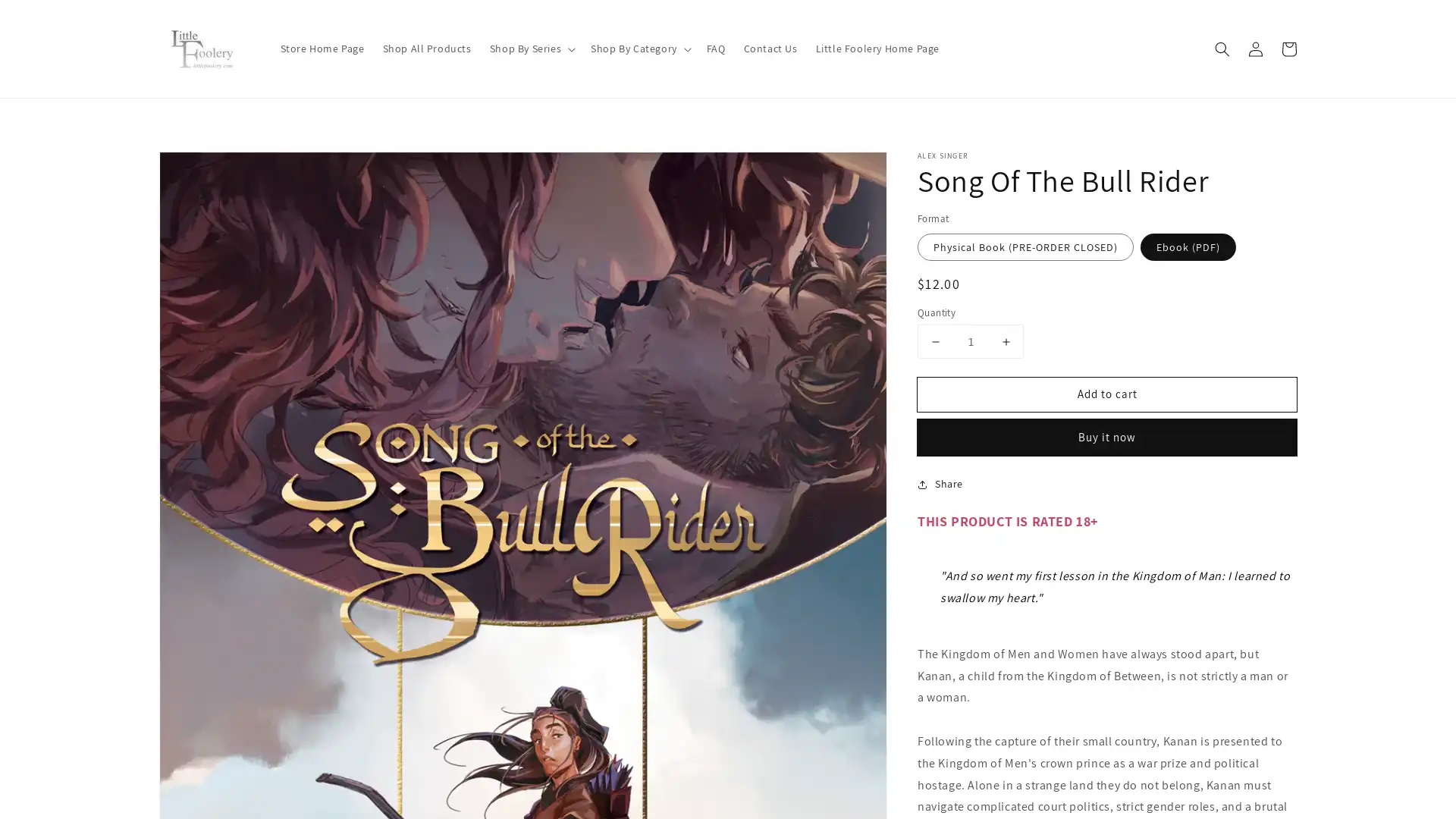 The image size is (1456, 819). What do you see at coordinates (939, 484) in the screenshot?
I see `Share` at bounding box center [939, 484].